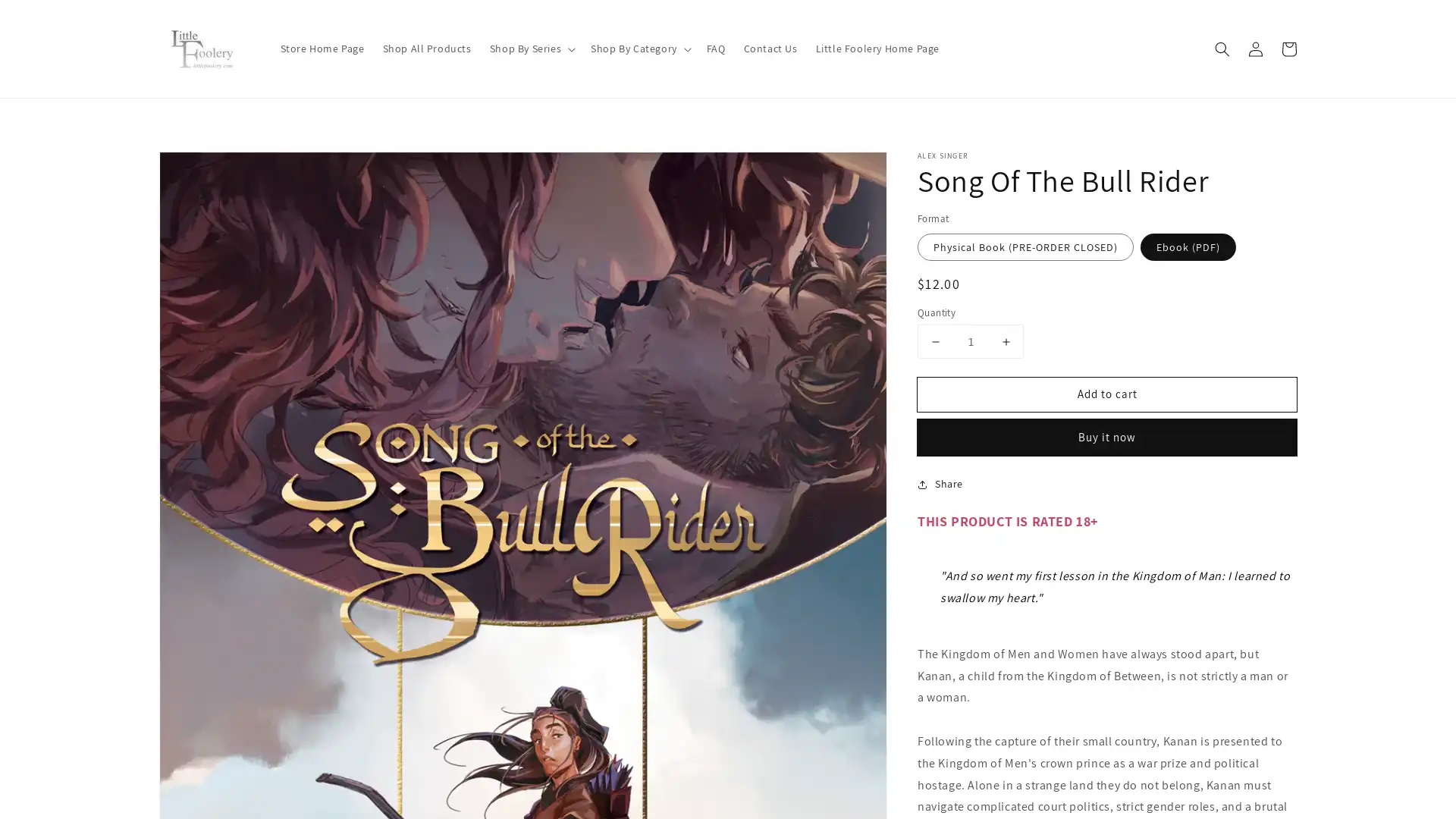 The image size is (1456, 819). What do you see at coordinates (939, 484) in the screenshot?
I see `Share` at bounding box center [939, 484].